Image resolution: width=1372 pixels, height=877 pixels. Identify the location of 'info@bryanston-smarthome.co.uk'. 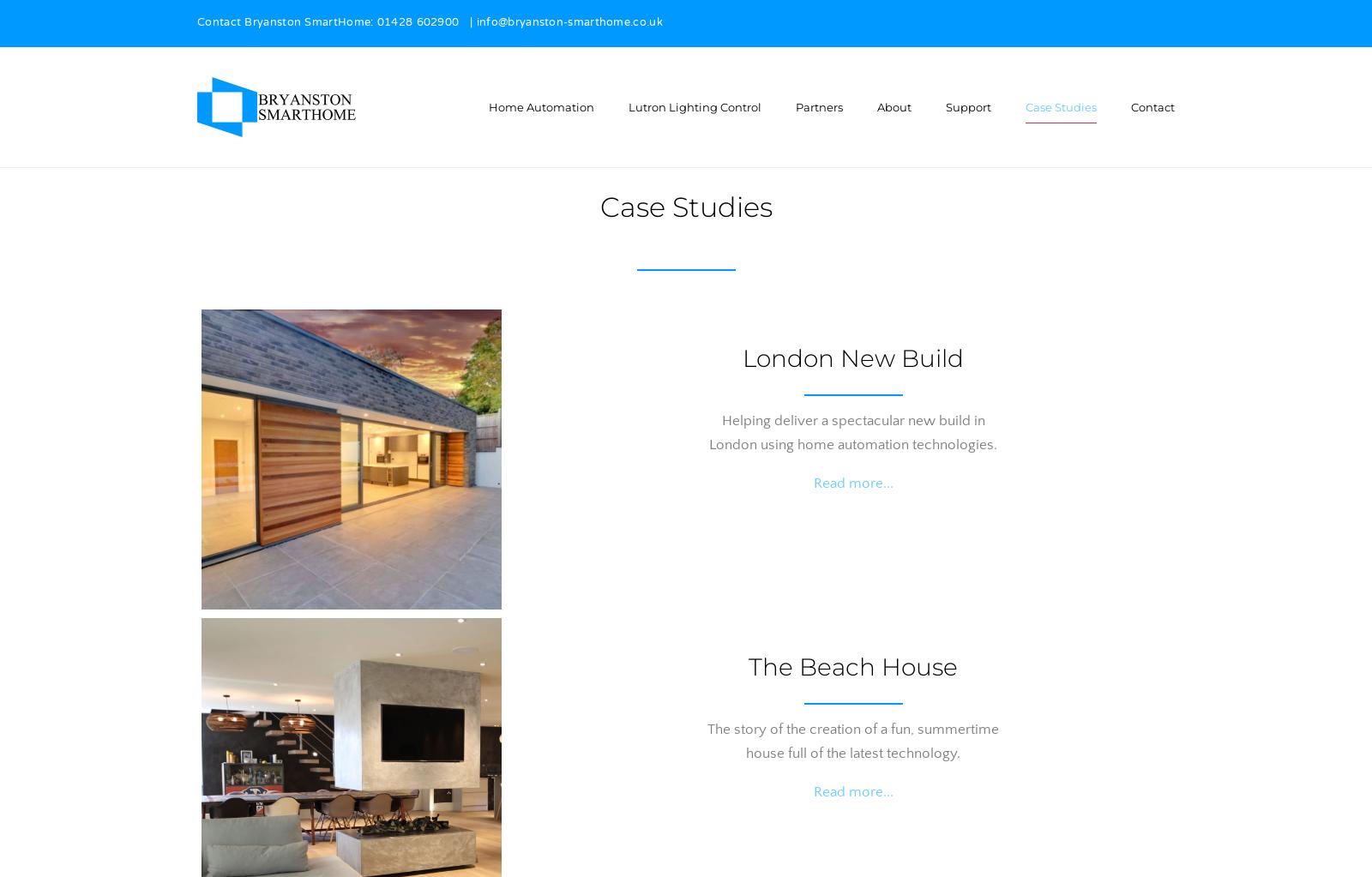
(569, 23).